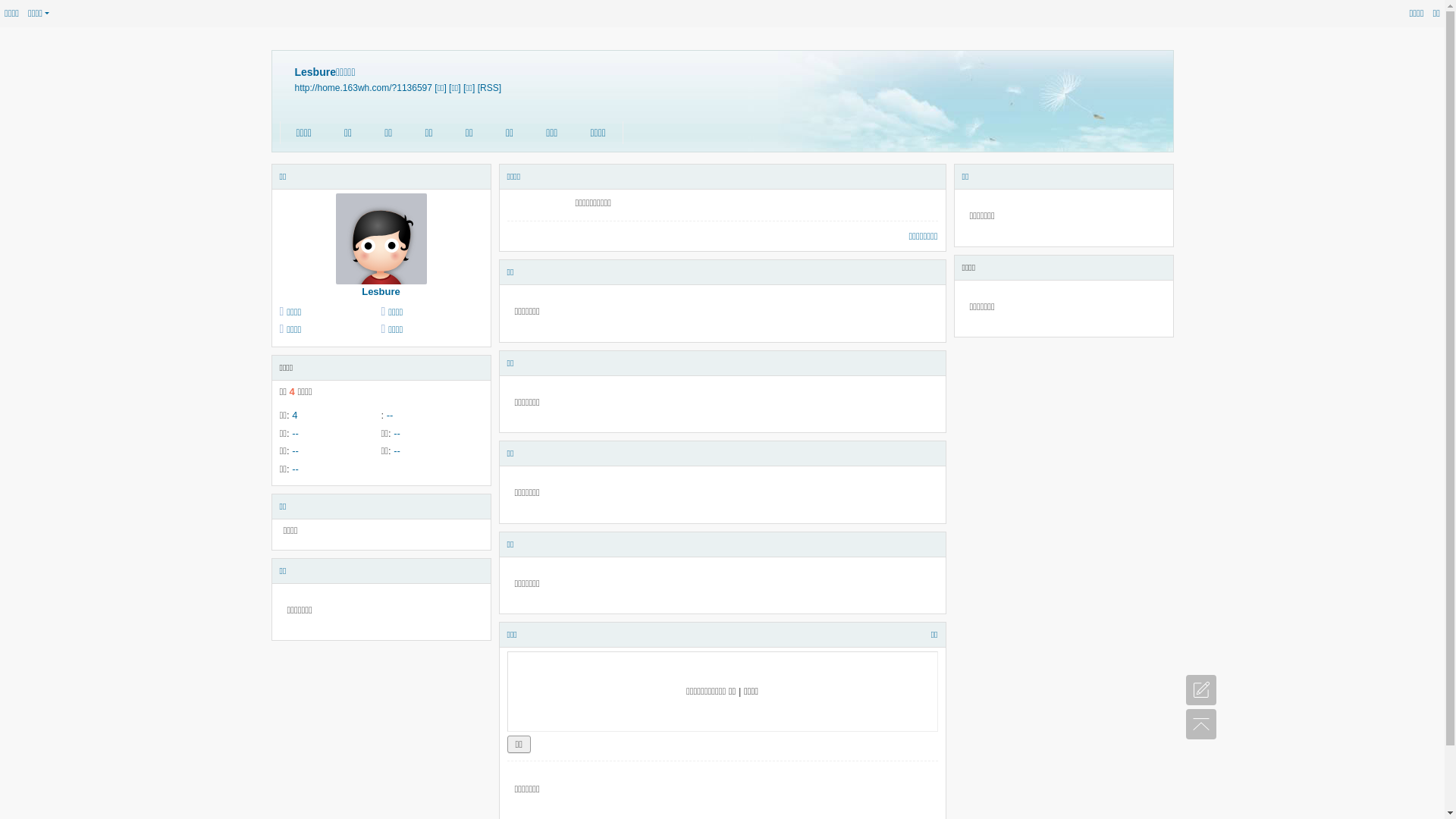 This screenshot has width=1456, height=819. Describe the element at coordinates (362, 87) in the screenshot. I see `'http://home.163wh.com/?1136597'` at that location.